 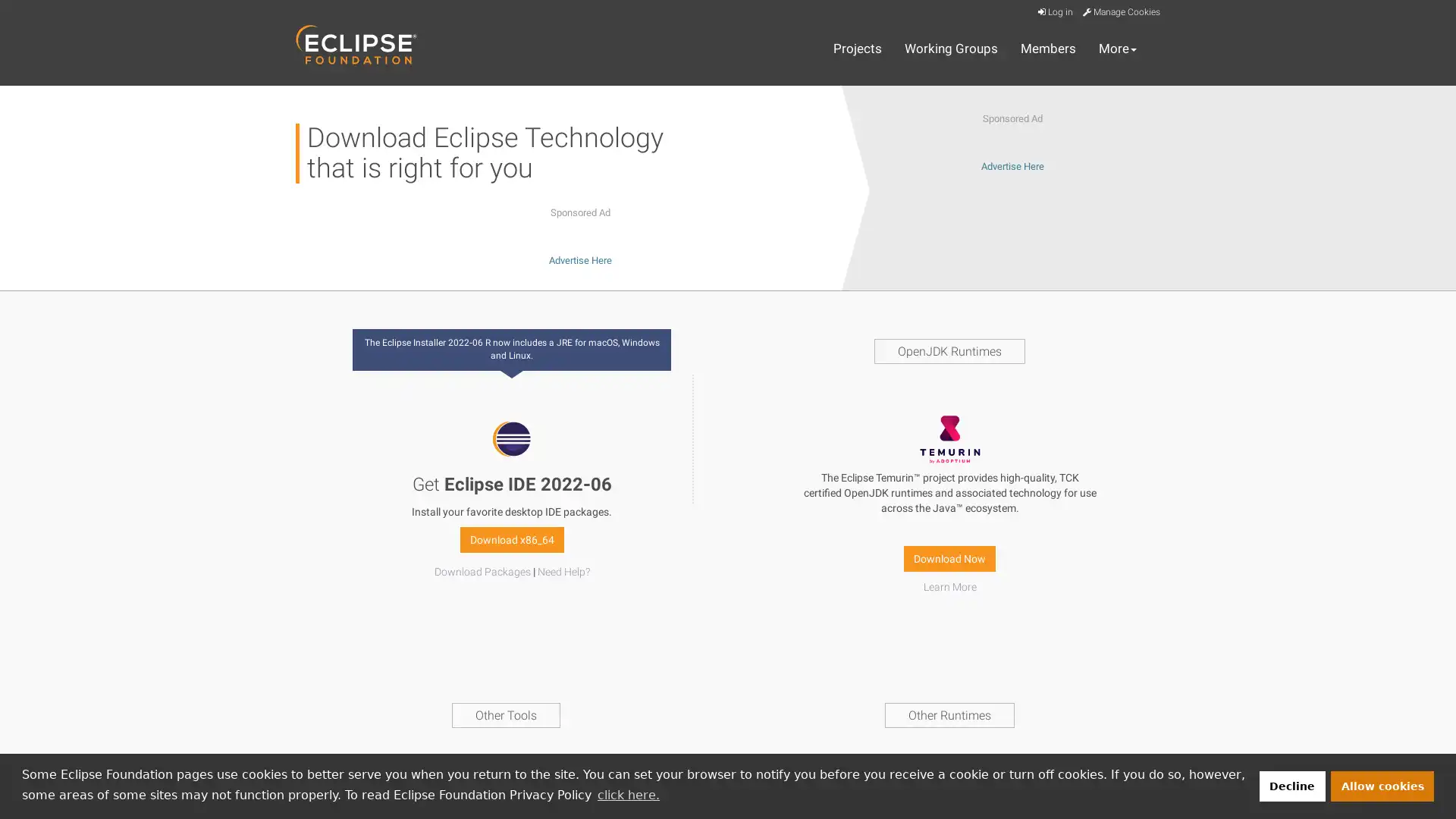 What do you see at coordinates (1117, 49) in the screenshot?
I see `More` at bounding box center [1117, 49].